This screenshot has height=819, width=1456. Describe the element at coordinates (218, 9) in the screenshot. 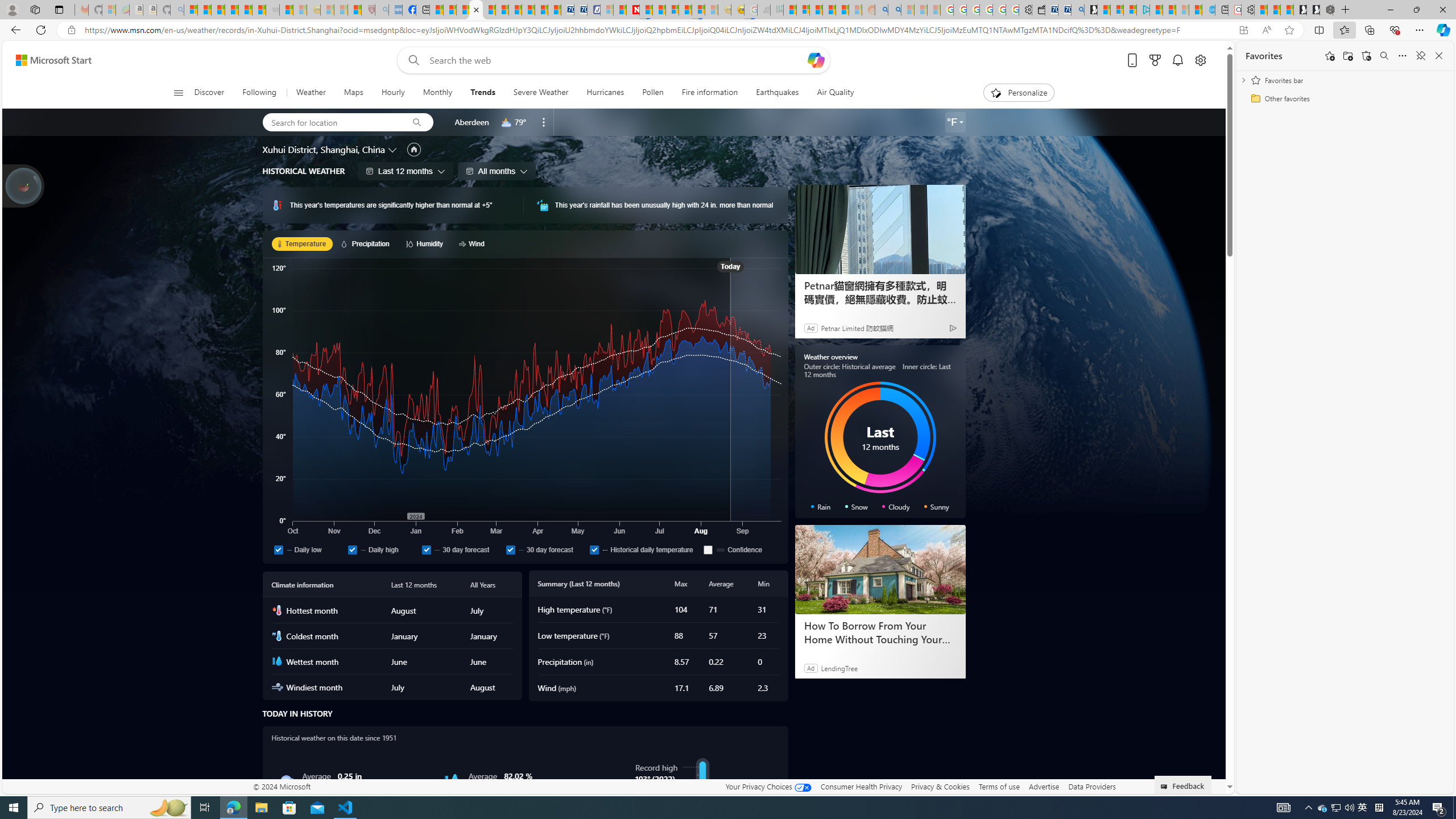

I see `'The Weather Channel - MSN'` at that location.